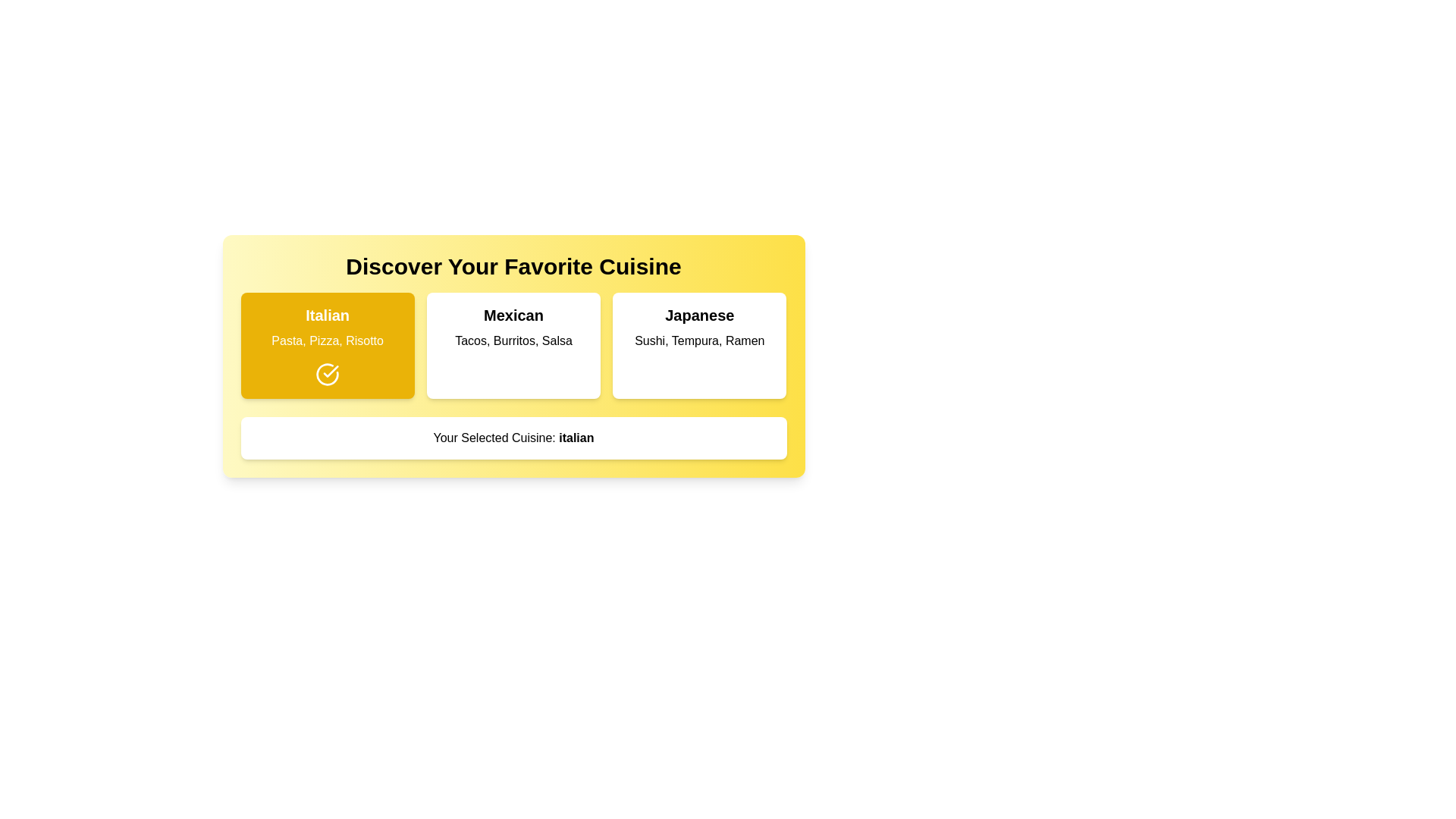 The width and height of the screenshot is (1456, 819). I want to click on the text label displaying 'Sushi, Tempura, Ramen', which is located within the 'Japanese' cuisine option group, beneath the header text 'Japanese', so click(698, 341).